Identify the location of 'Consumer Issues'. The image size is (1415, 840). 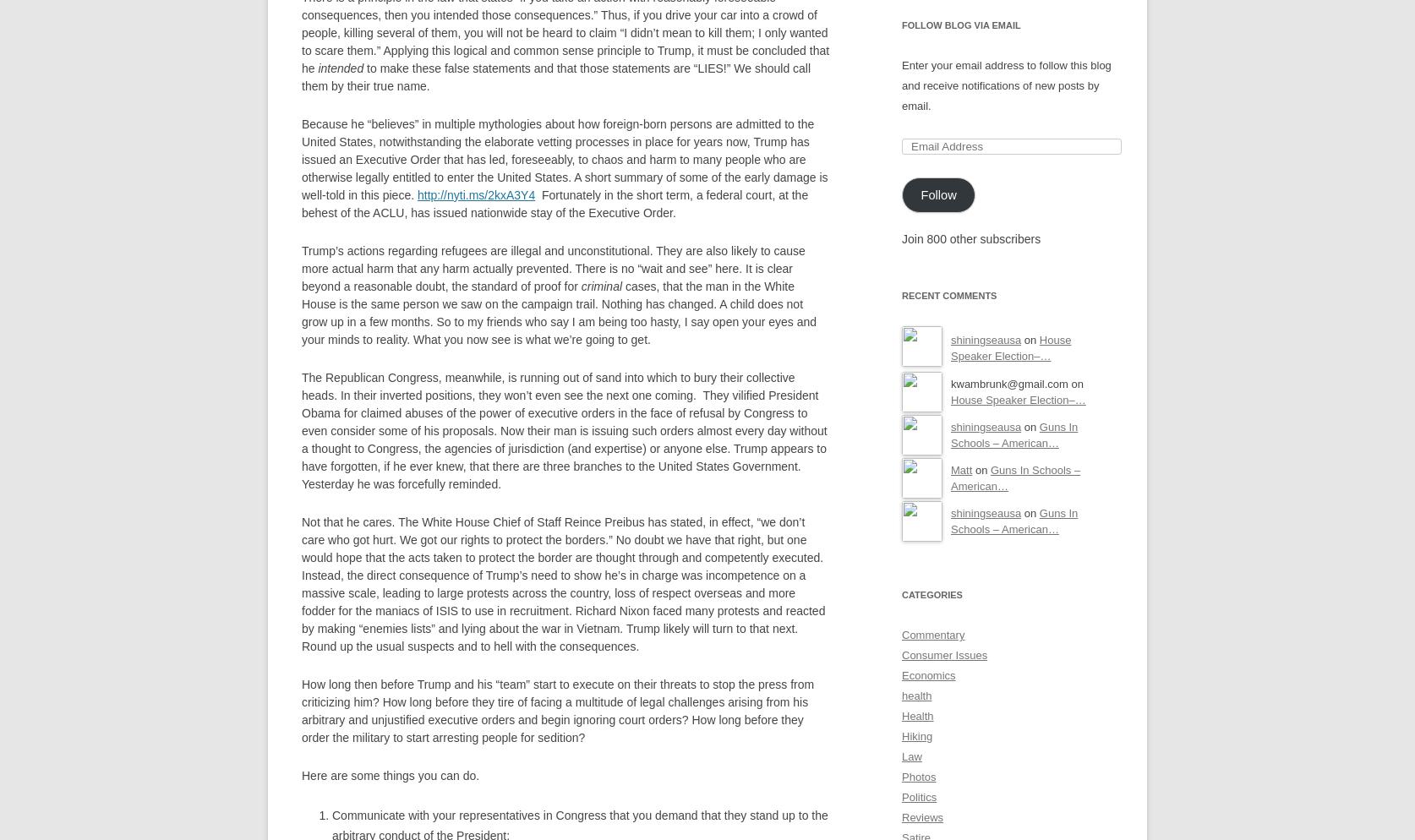
(944, 654).